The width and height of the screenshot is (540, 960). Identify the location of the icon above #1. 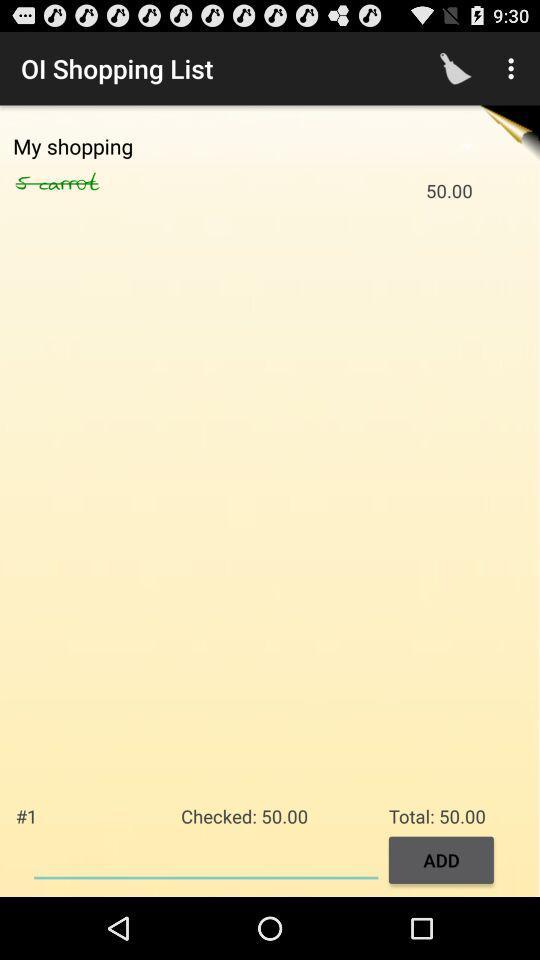
(26, 183).